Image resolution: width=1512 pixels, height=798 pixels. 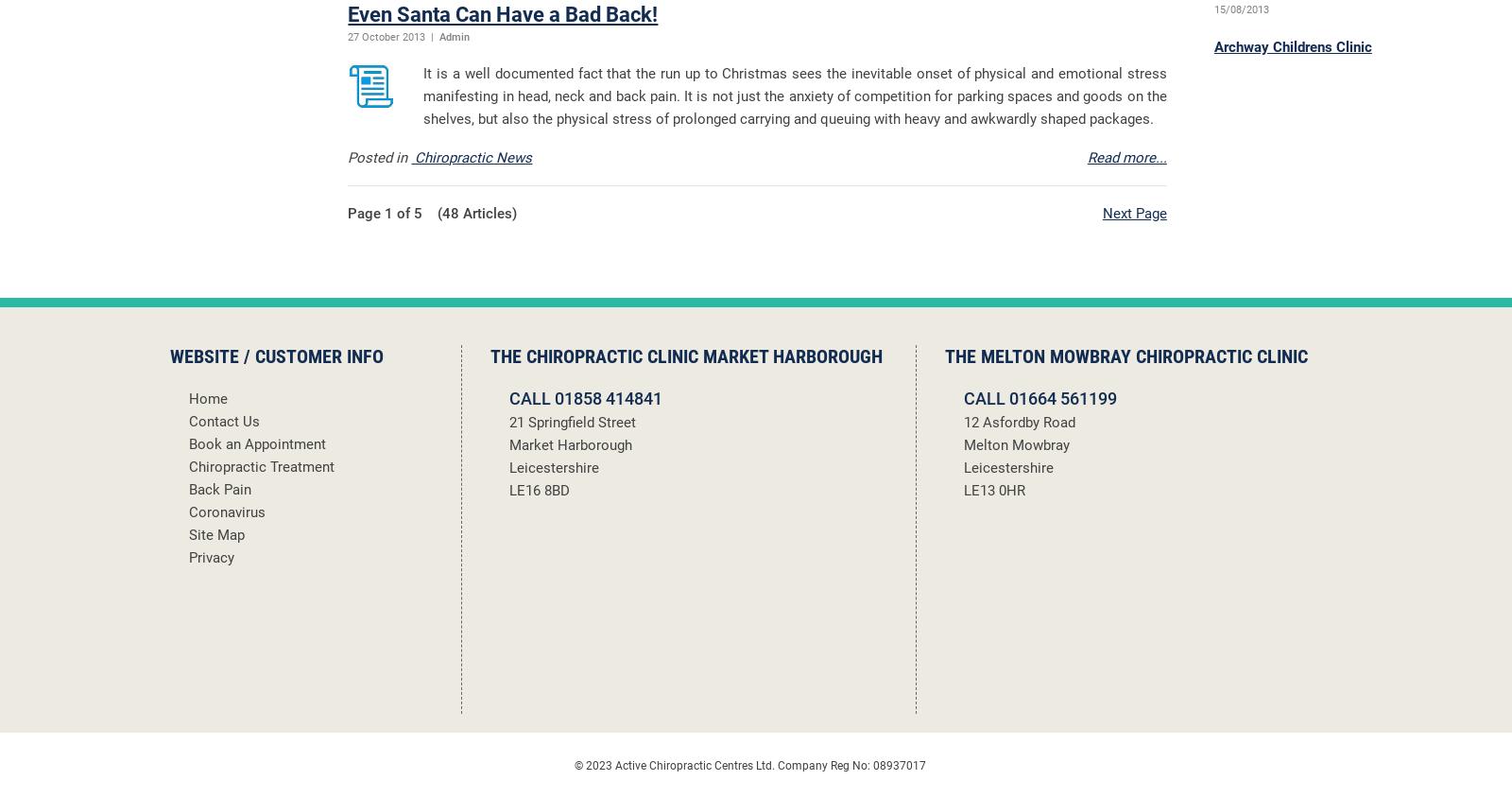 What do you see at coordinates (1134, 212) in the screenshot?
I see `'Next Page'` at bounding box center [1134, 212].